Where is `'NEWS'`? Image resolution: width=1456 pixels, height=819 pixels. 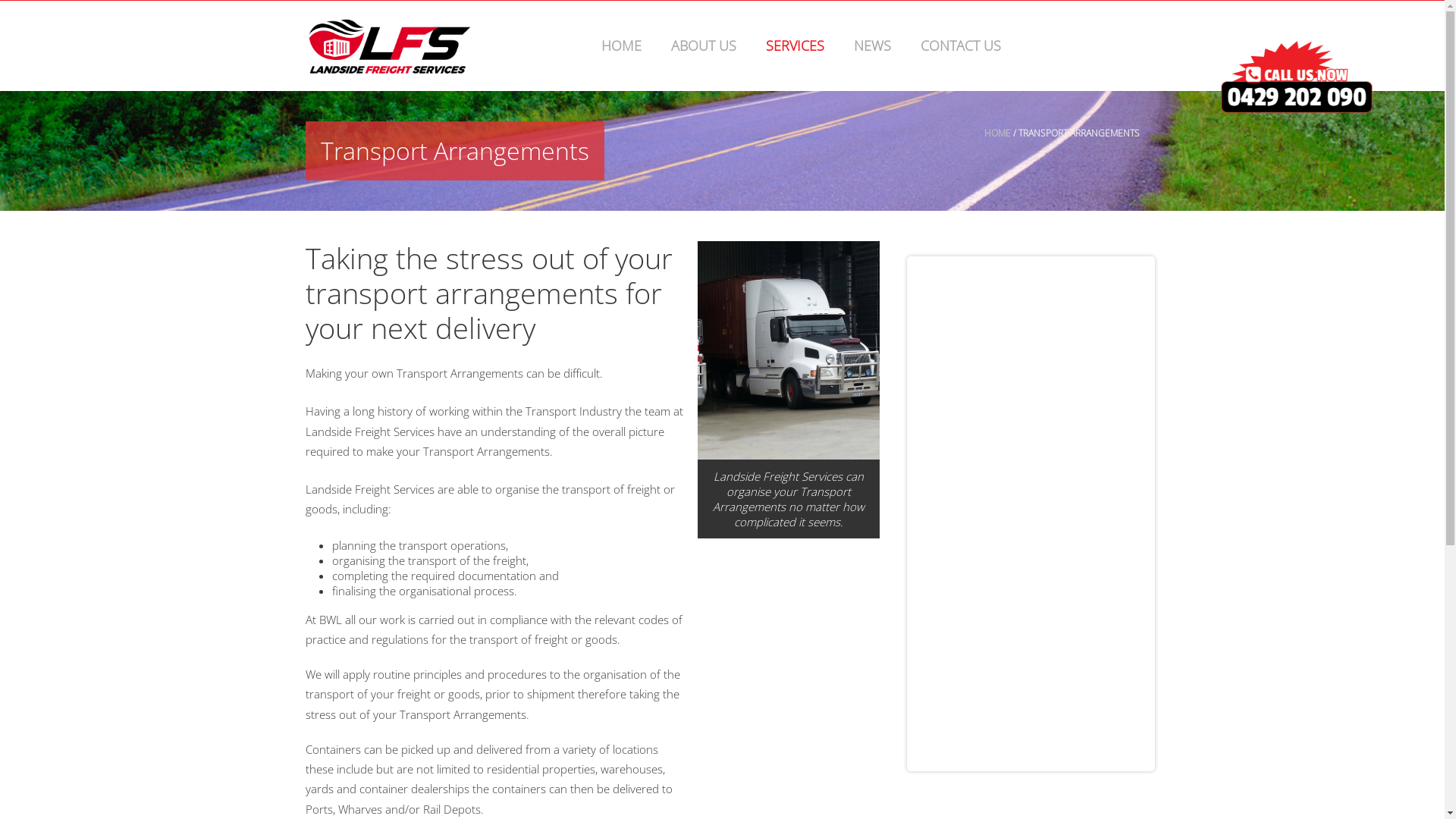
'NEWS' is located at coordinates (871, 45).